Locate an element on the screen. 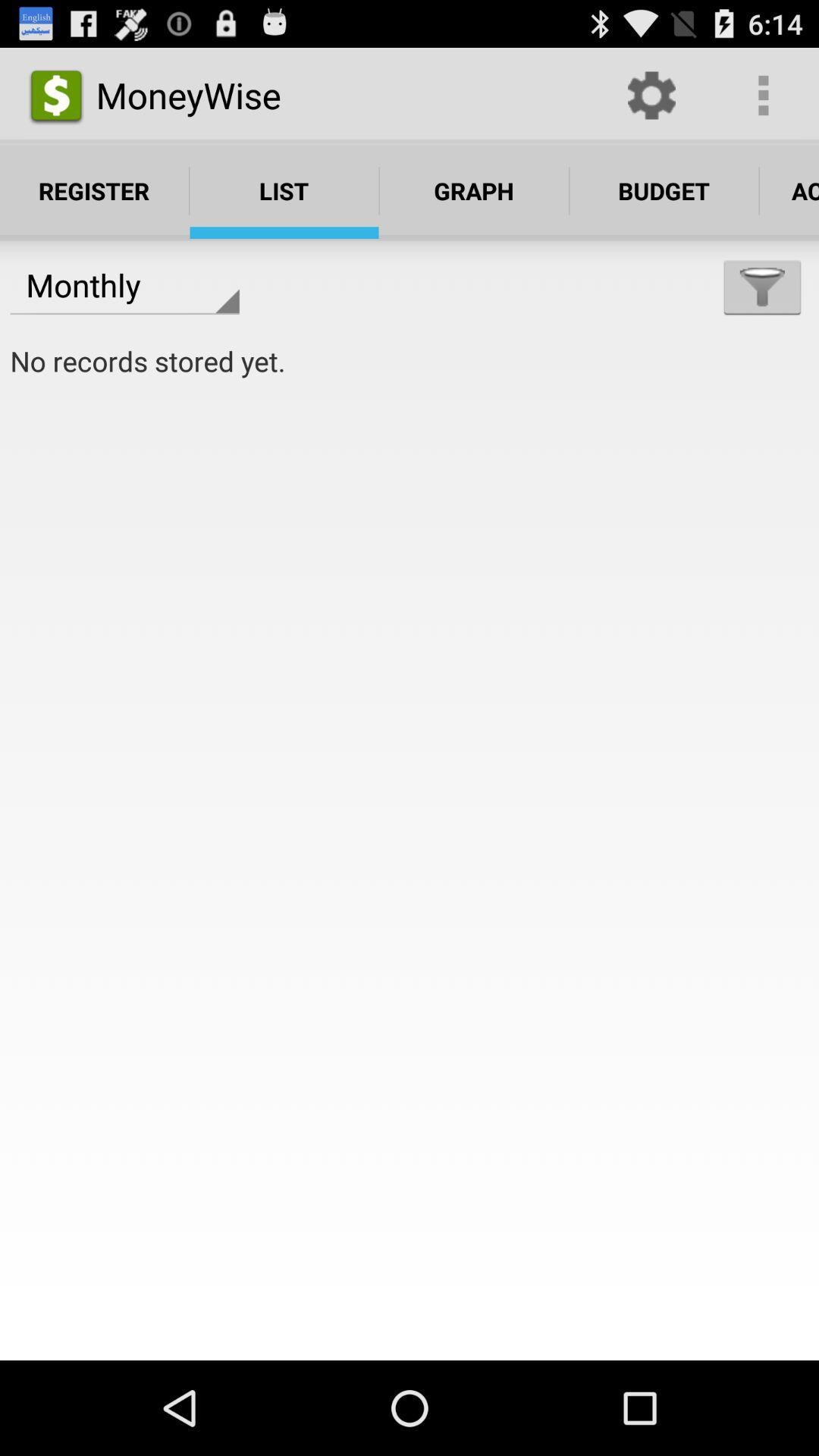 This screenshot has width=819, height=1456. the filter icon is located at coordinates (762, 306).